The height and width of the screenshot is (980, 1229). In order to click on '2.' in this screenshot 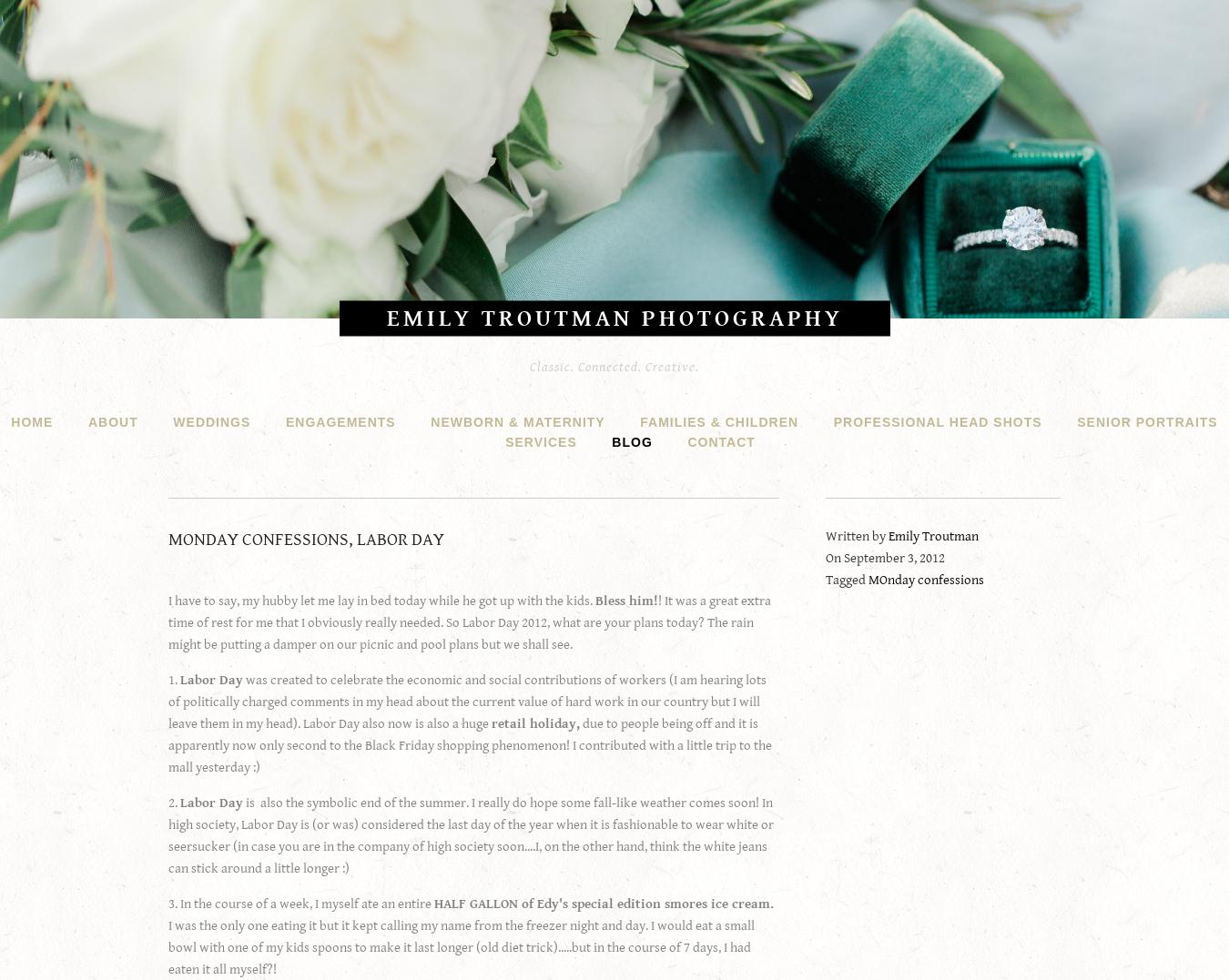, I will do `click(174, 803)`.